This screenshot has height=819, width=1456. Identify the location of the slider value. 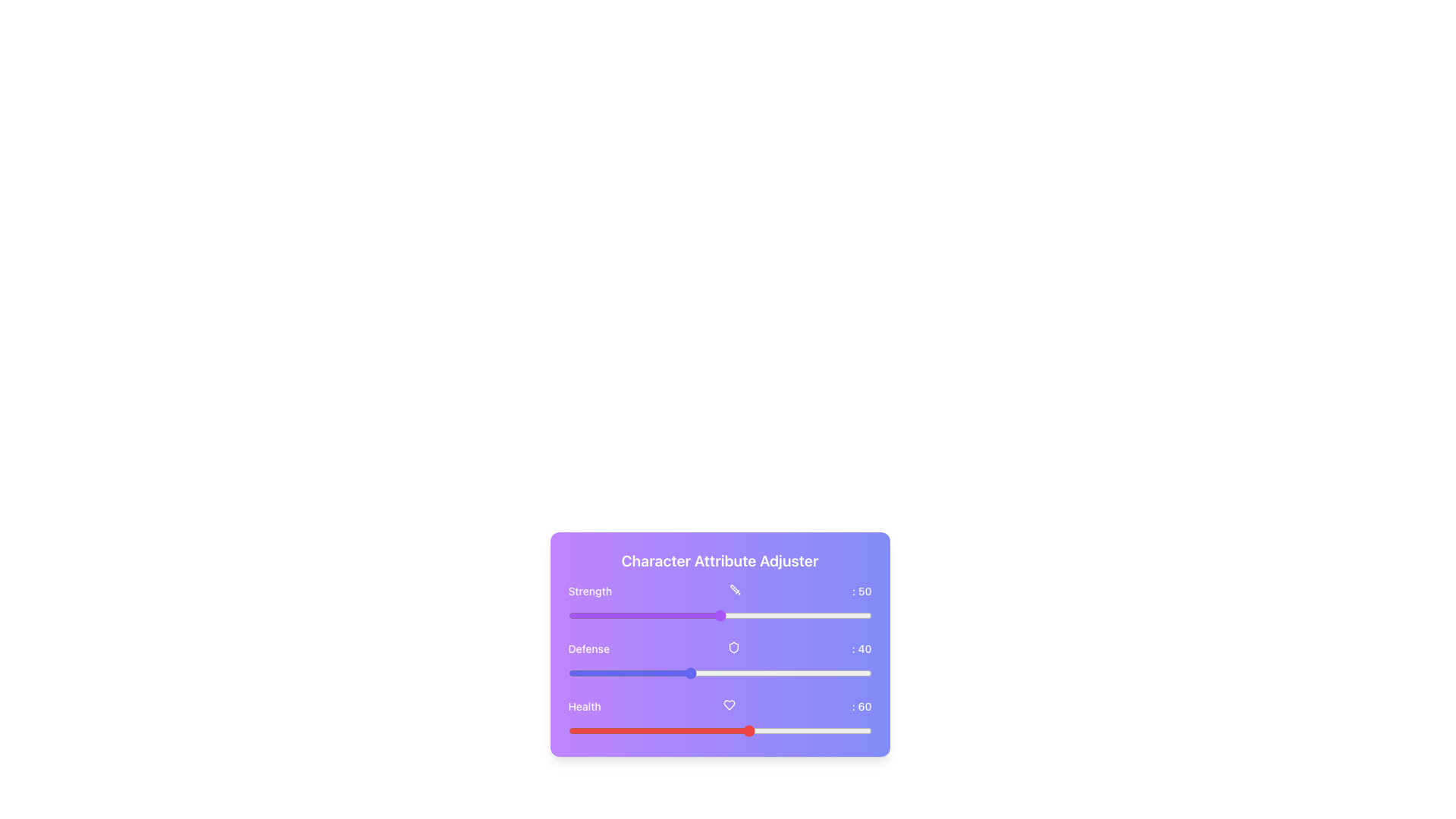
(735, 672).